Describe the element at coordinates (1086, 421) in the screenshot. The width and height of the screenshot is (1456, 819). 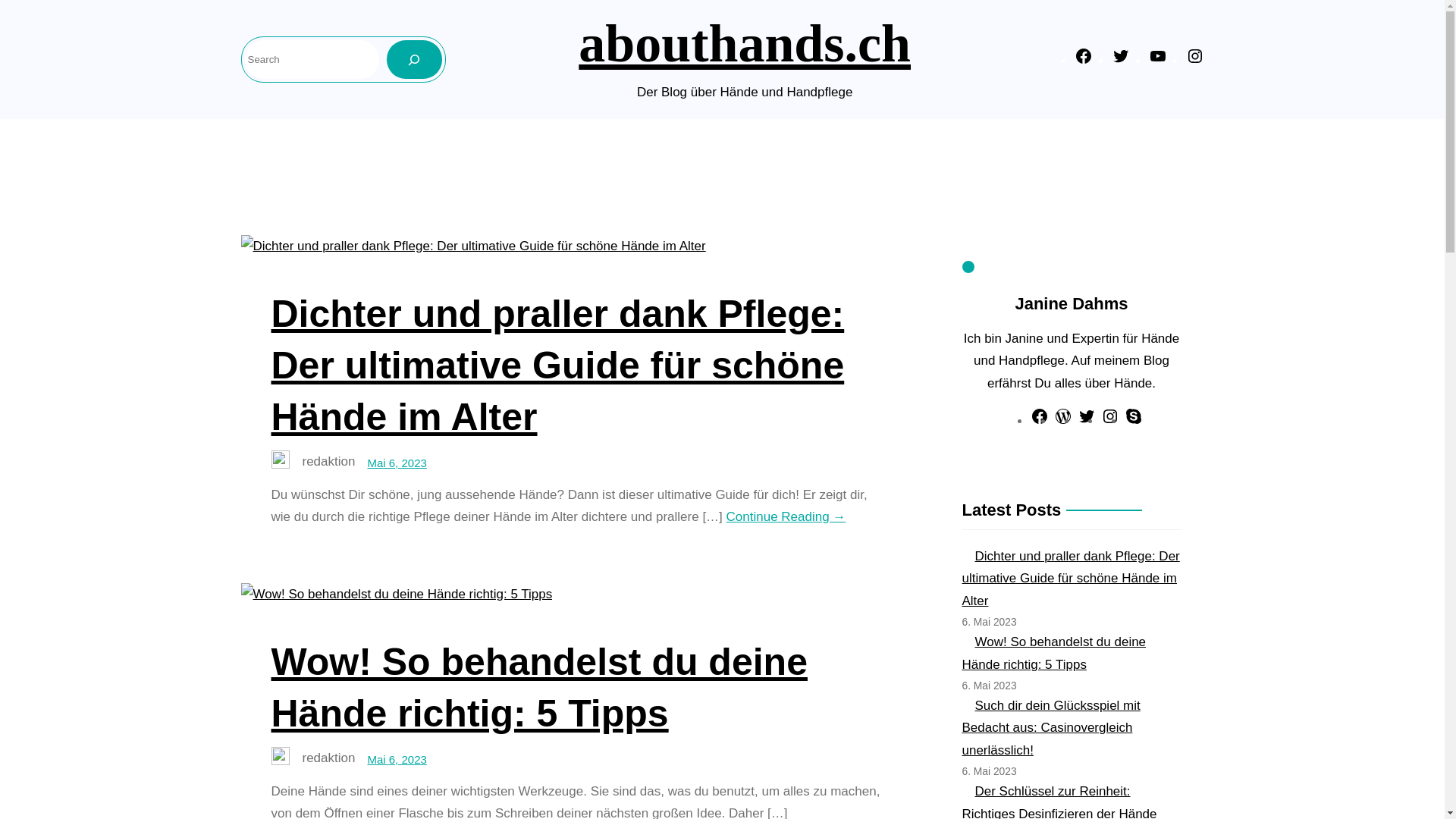
I see `'Twitter'` at that location.